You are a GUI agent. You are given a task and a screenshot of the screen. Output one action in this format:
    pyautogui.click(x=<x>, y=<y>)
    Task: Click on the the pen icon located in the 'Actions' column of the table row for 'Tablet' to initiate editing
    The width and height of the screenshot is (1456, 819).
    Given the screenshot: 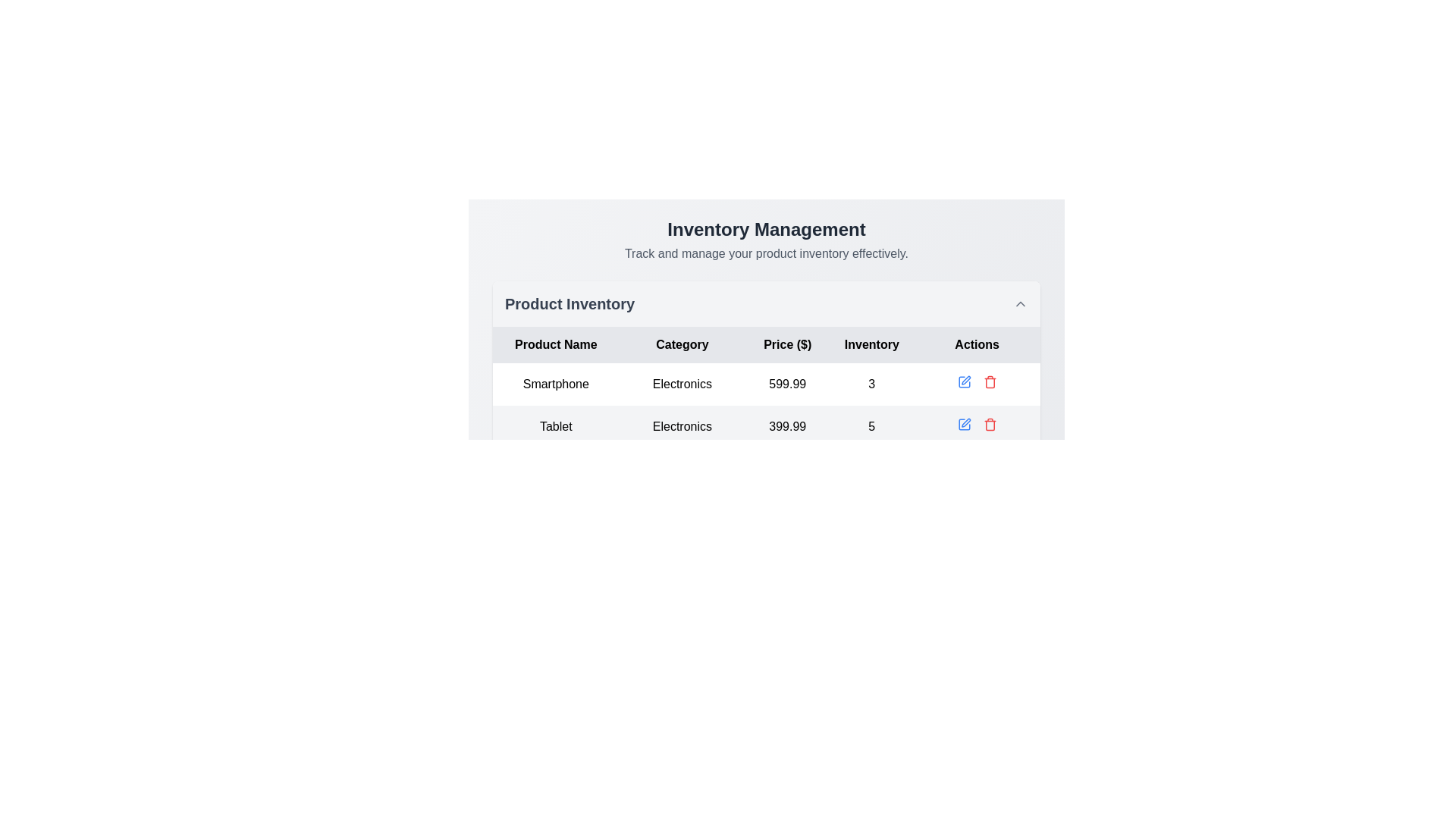 What is the action you would take?
    pyautogui.click(x=965, y=422)
    